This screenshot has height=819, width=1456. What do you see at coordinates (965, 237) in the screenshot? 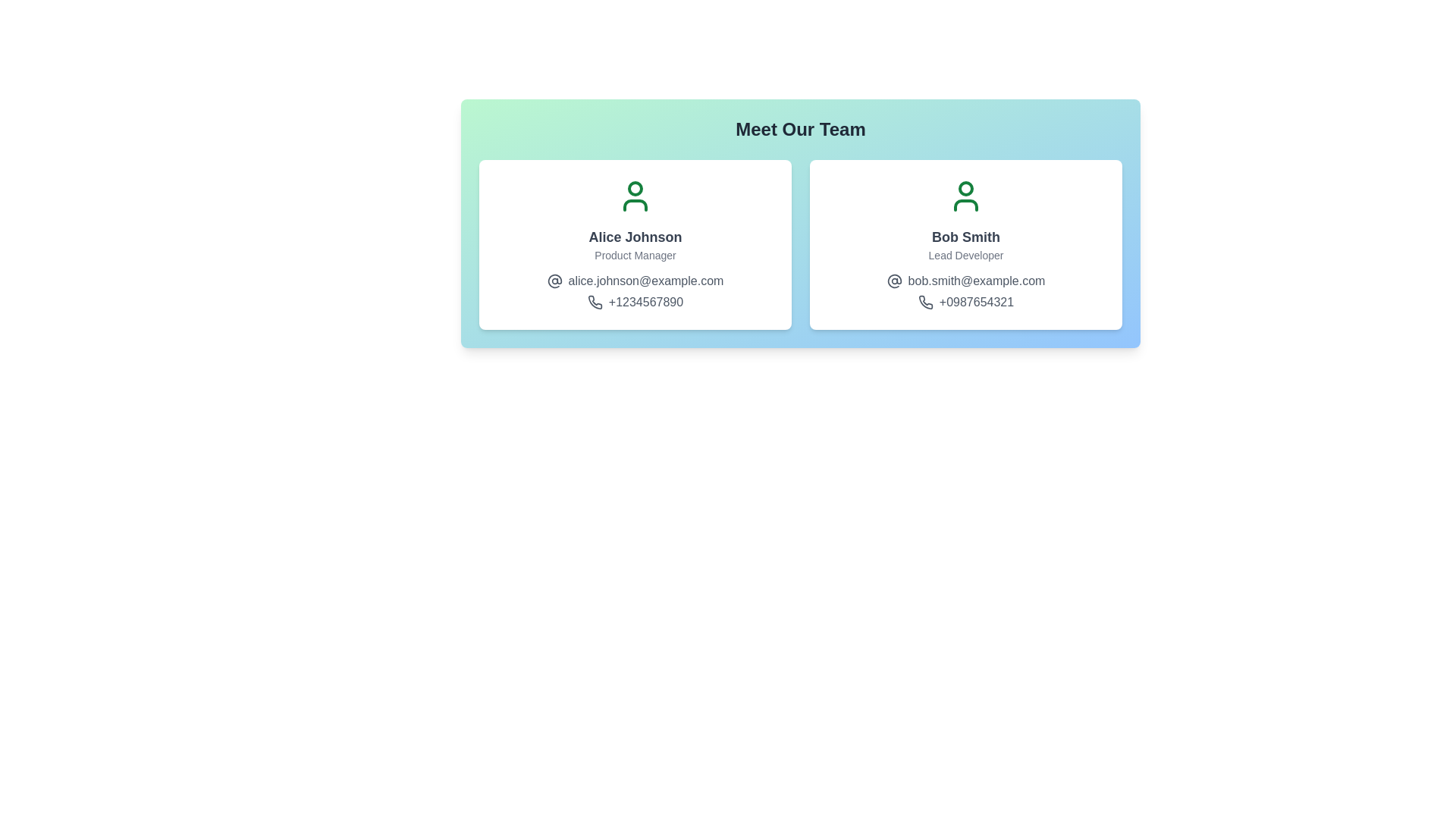
I see `name 'Bob Smith' displayed in bold font in the title section of the second profile card under the avatar icon and above the subtitle 'Lead Developer'` at bounding box center [965, 237].